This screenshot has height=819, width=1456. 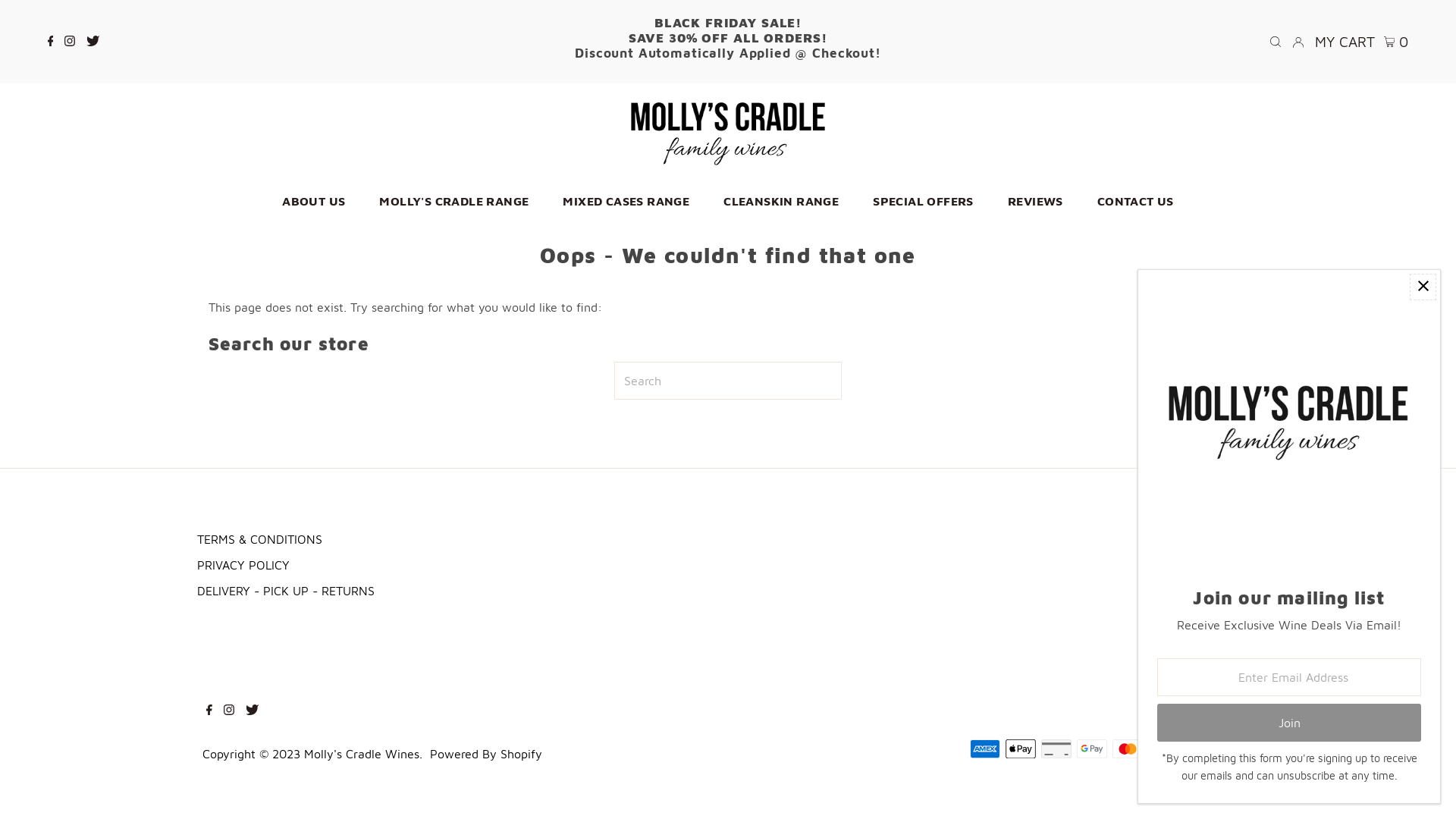 What do you see at coordinates (1135, 200) in the screenshot?
I see `'CONTACT US'` at bounding box center [1135, 200].